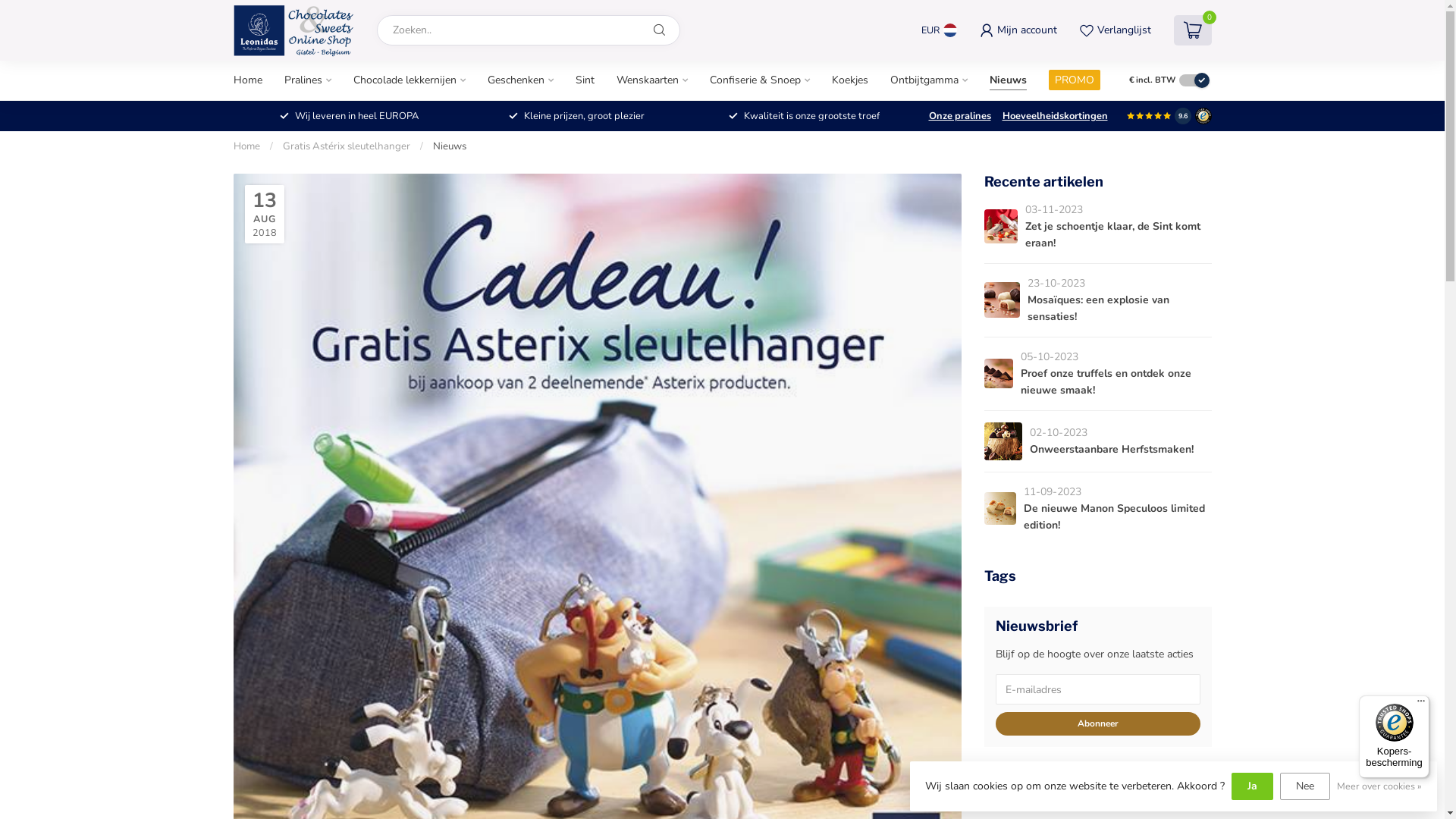 Image resolution: width=1456 pixels, height=819 pixels. I want to click on 'Chocolade lekkernijen', so click(409, 80).